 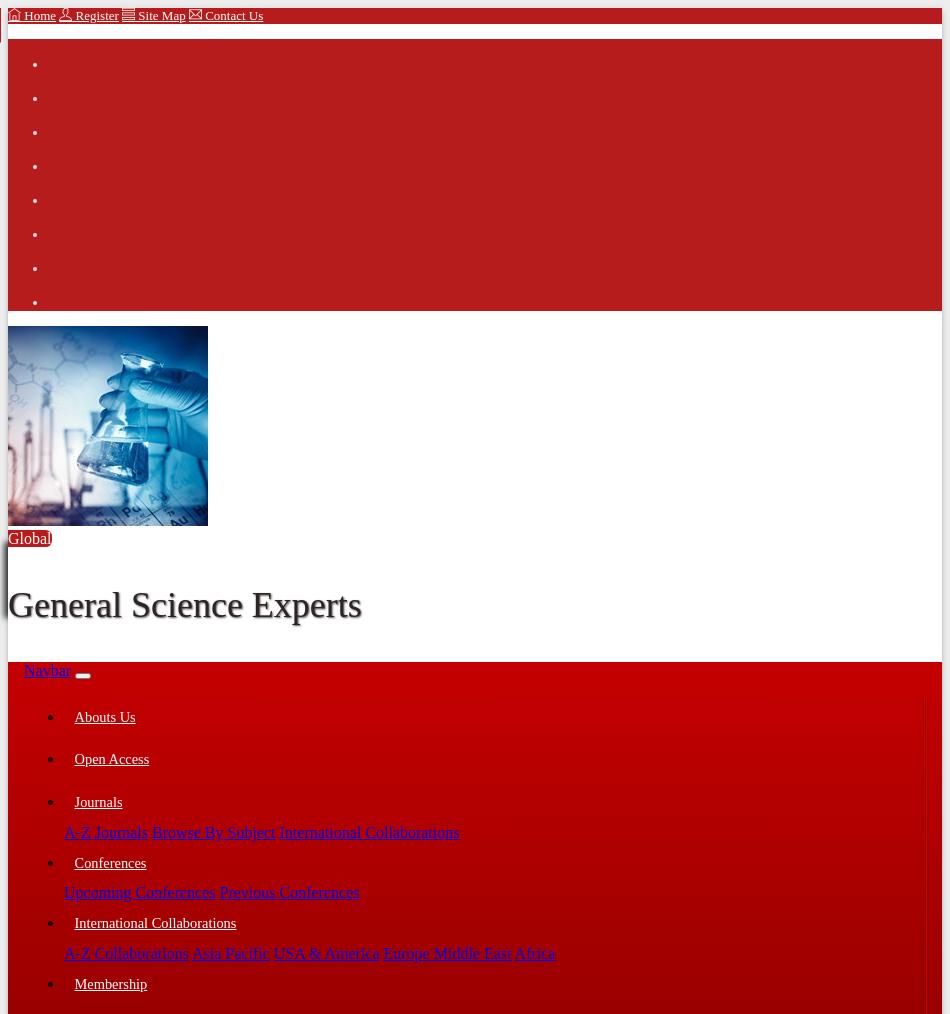 What do you see at coordinates (7, 537) in the screenshot?
I see `'Global'` at bounding box center [7, 537].